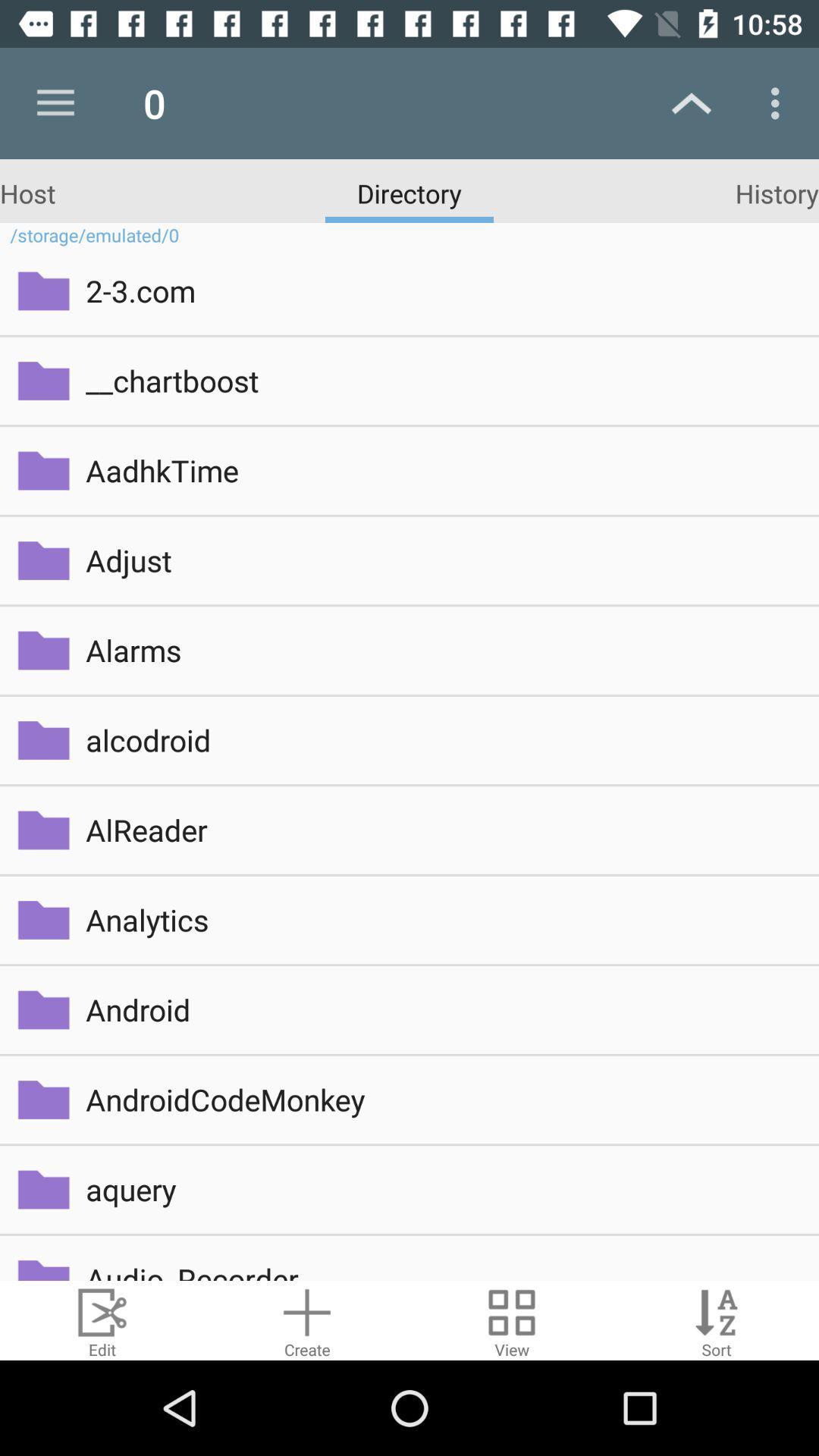  Describe the element at coordinates (102, 1319) in the screenshot. I see `edit directory info` at that location.